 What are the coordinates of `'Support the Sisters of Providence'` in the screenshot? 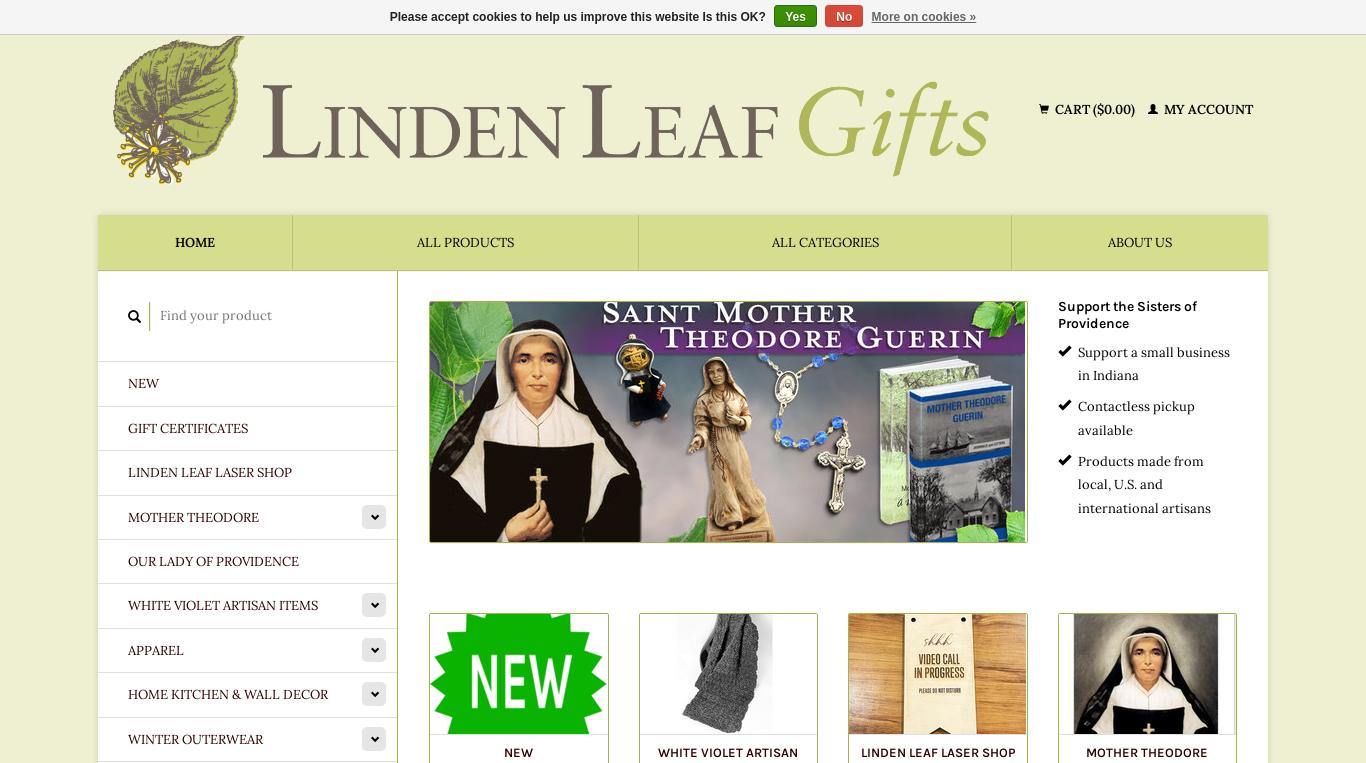 It's located at (1056, 313).